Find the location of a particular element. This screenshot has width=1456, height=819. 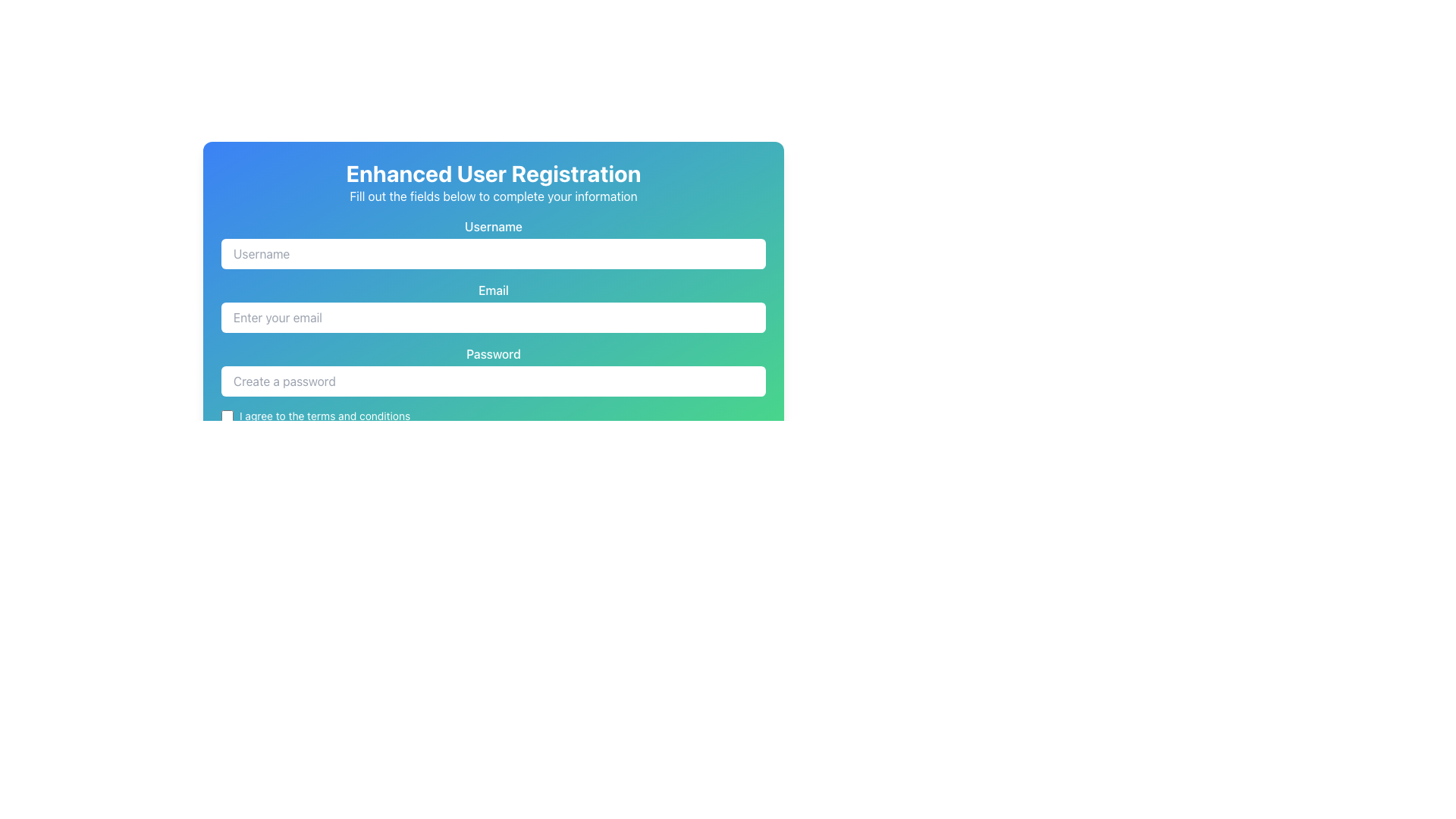

the email input field located below the 'Username' field and above the 'Password' field is located at coordinates (494, 307).